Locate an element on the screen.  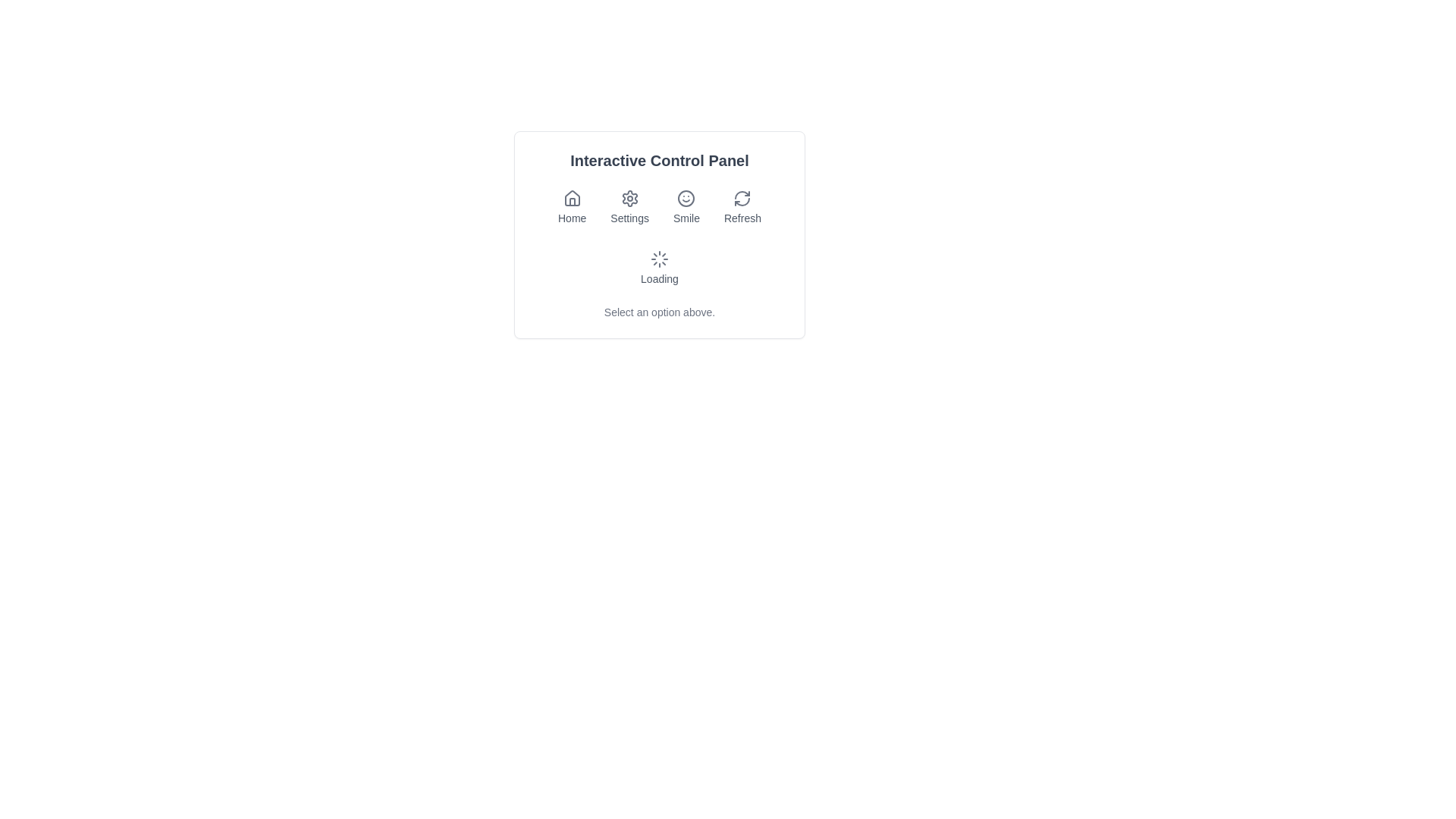
the 'Settings' icon, which is the second icon from the left in the central navigation section is located at coordinates (629, 198).